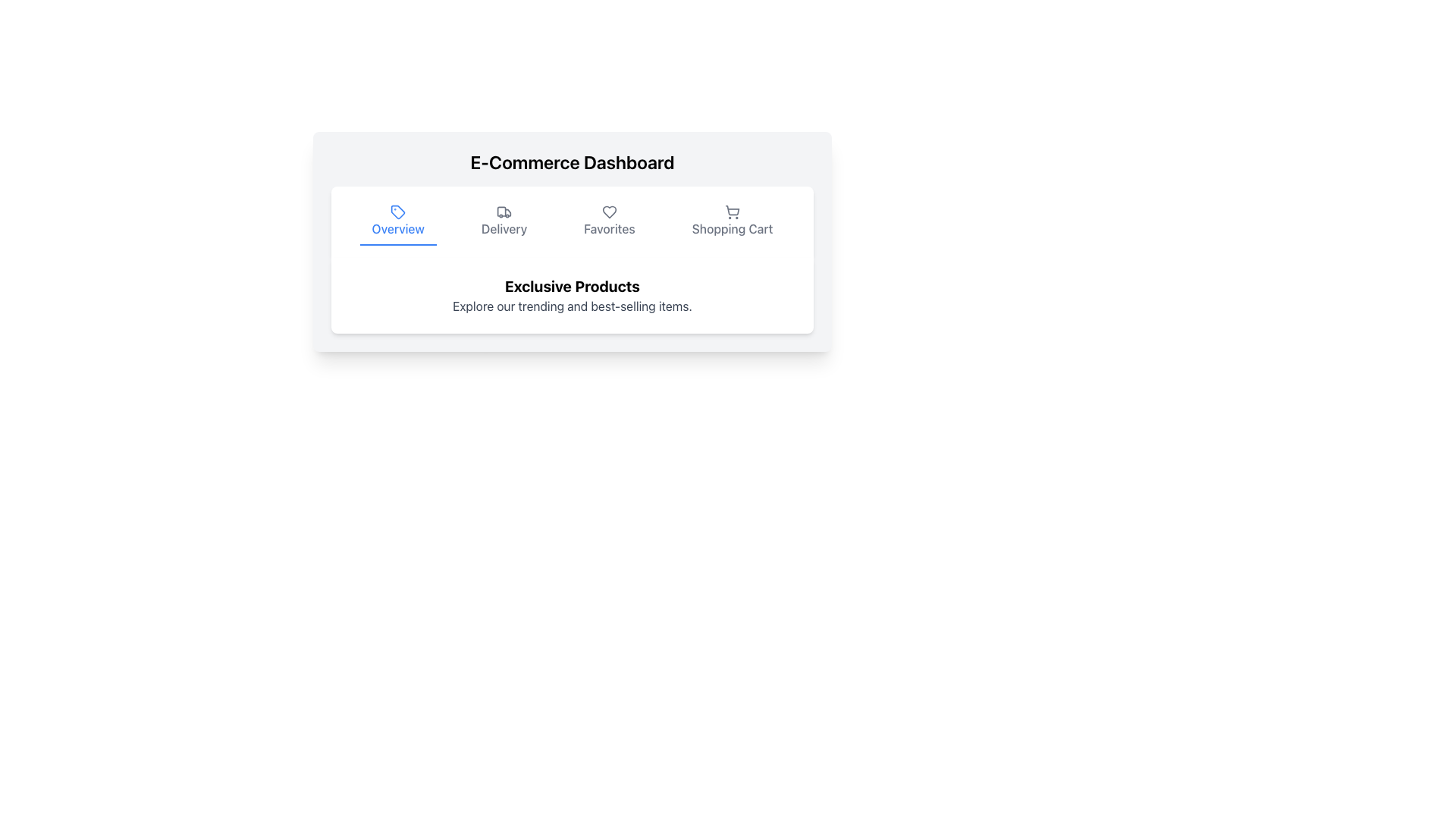 This screenshot has width=1456, height=819. I want to click on information contained in the text block serving as a section title and brief description for a product category, which is positioned beneath the navigation menu inside a white box with rounded corners, so click(571, 295).